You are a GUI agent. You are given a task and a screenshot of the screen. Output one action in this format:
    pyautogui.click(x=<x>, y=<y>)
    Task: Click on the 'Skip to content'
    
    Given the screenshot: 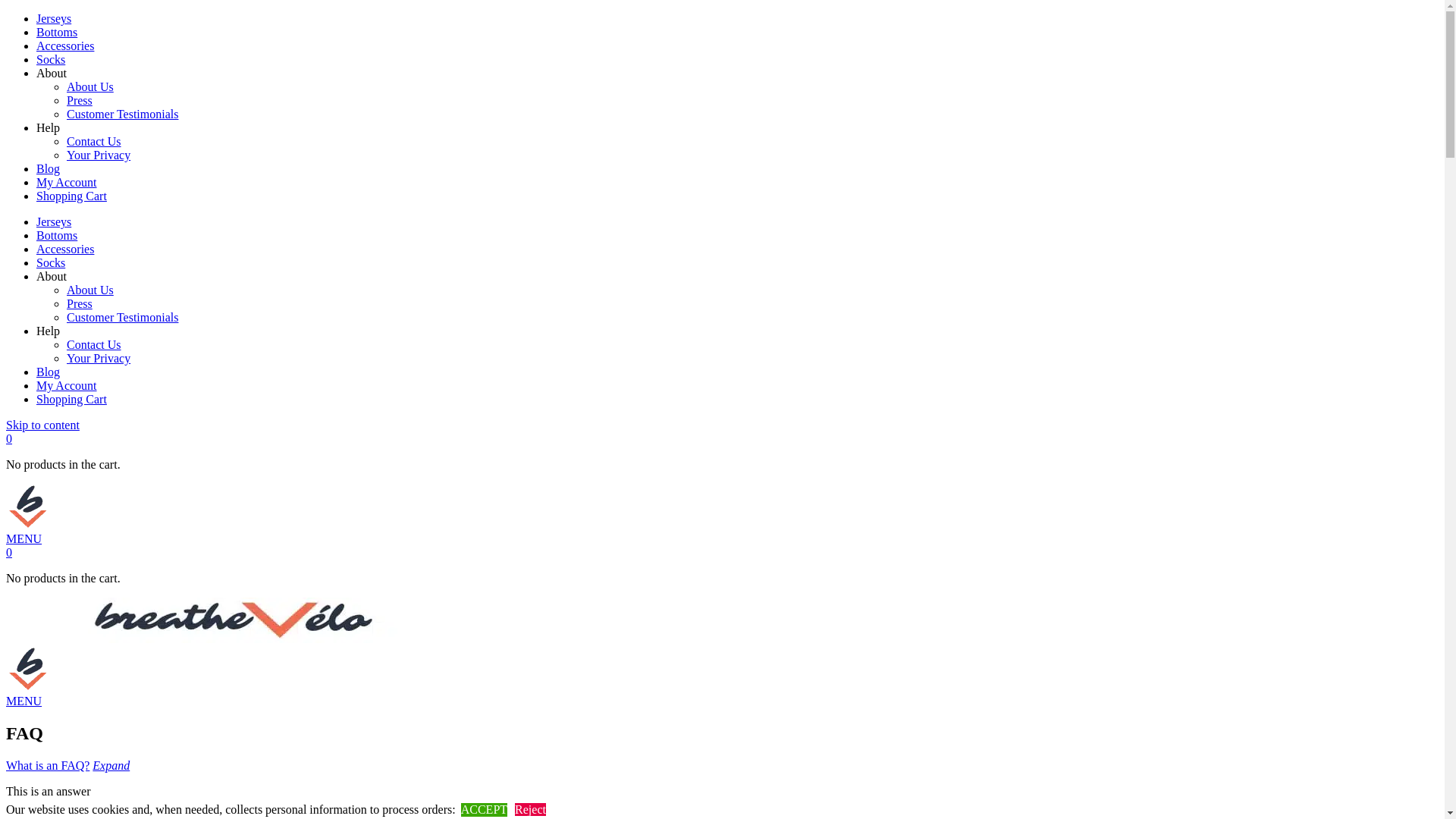 What is the action you would take?
    pyautogui.click(x=42, y=425)
    